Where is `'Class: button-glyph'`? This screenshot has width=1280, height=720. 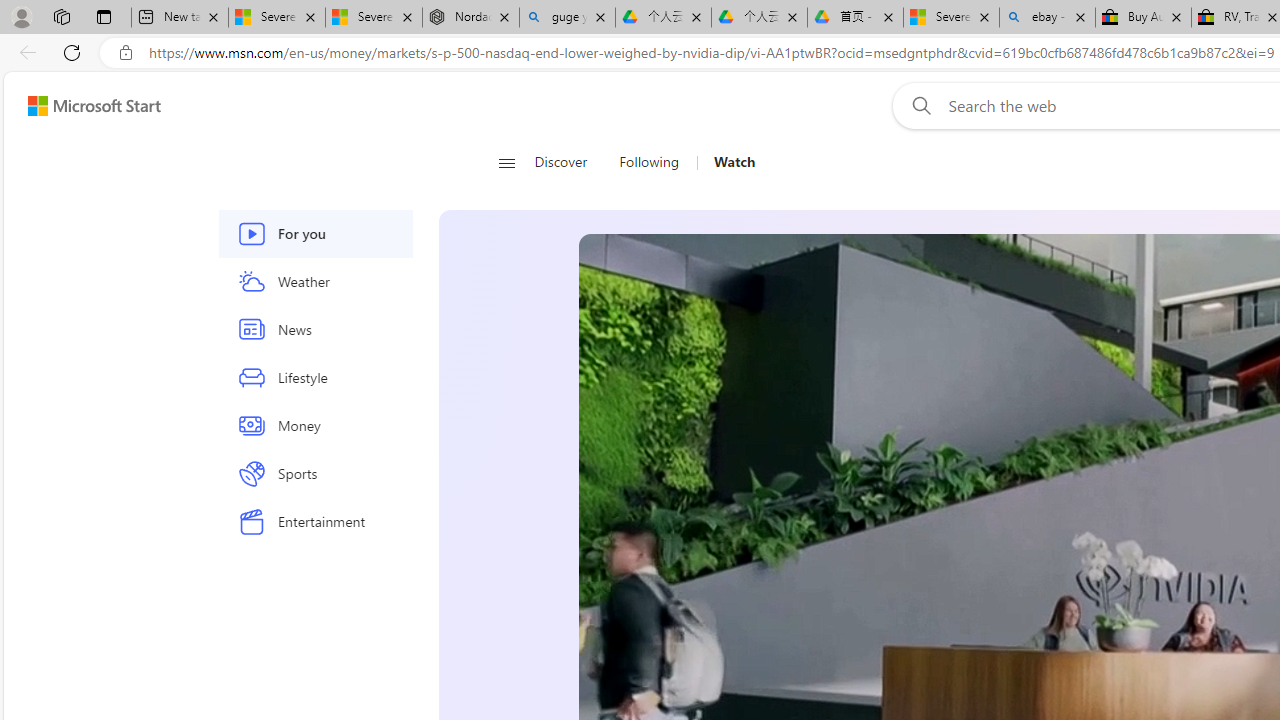 'Class: button-glyph' is located at coordinates (506, 162).